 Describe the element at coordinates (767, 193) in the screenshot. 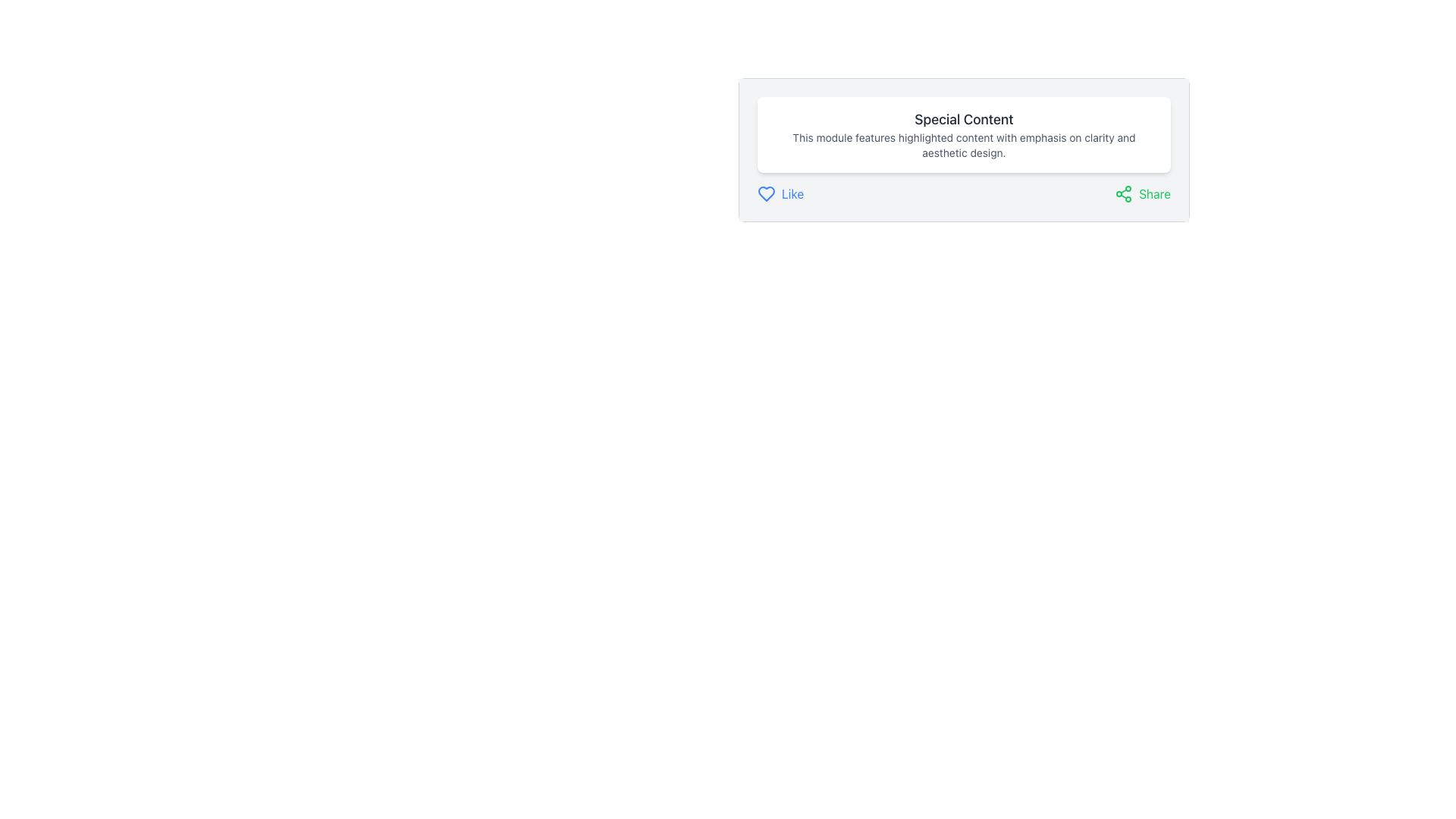

I see `the heart-shaped icon to express a 'Like' action, located to the left of the text 'Like' under the 'Special Content' label` at that location.